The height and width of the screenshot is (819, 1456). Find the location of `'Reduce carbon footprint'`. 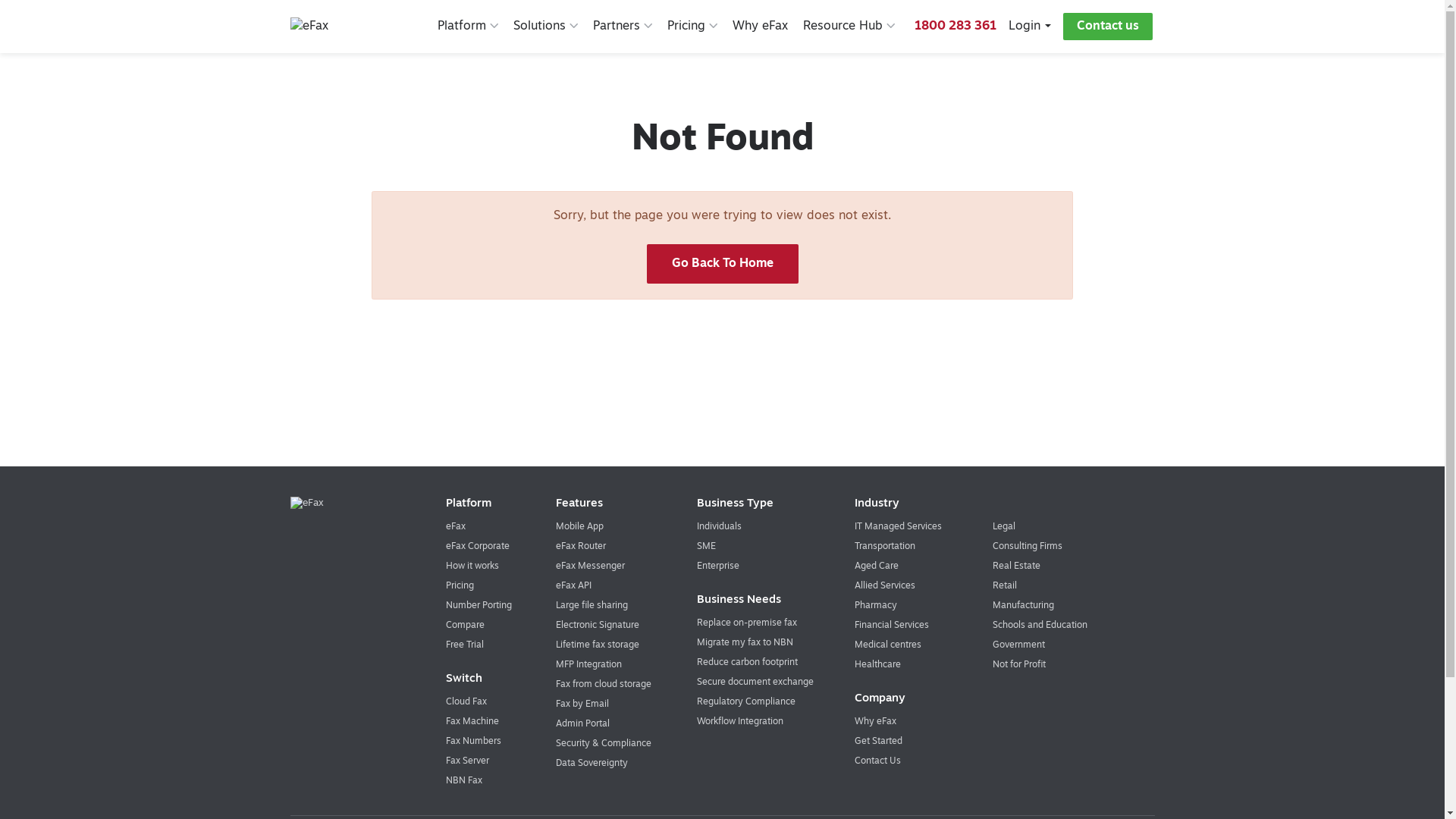

'Reduce carbon footprint' is located at coordinates (747, 662).